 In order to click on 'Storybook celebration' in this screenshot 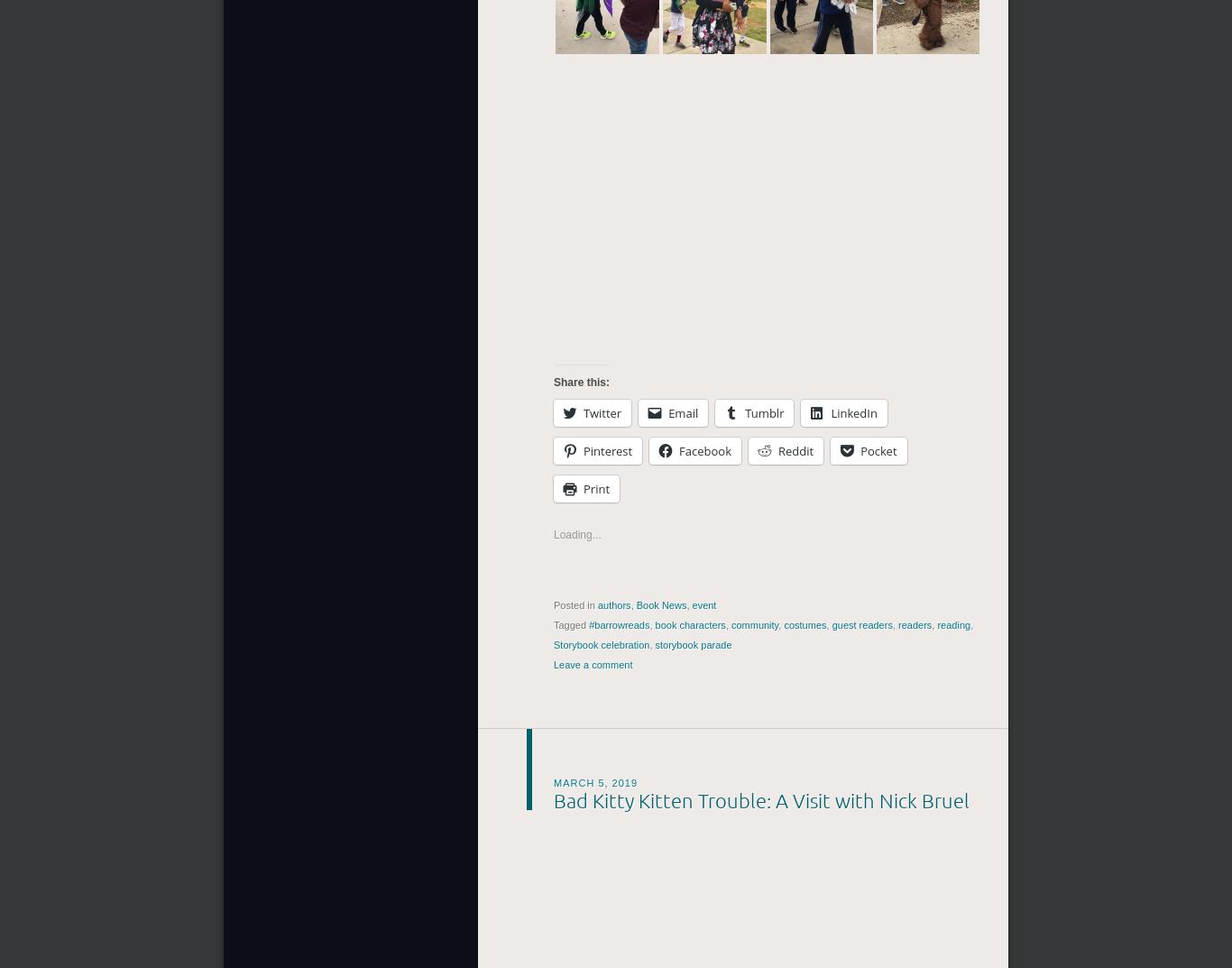, I will do `click(601, 645)`.